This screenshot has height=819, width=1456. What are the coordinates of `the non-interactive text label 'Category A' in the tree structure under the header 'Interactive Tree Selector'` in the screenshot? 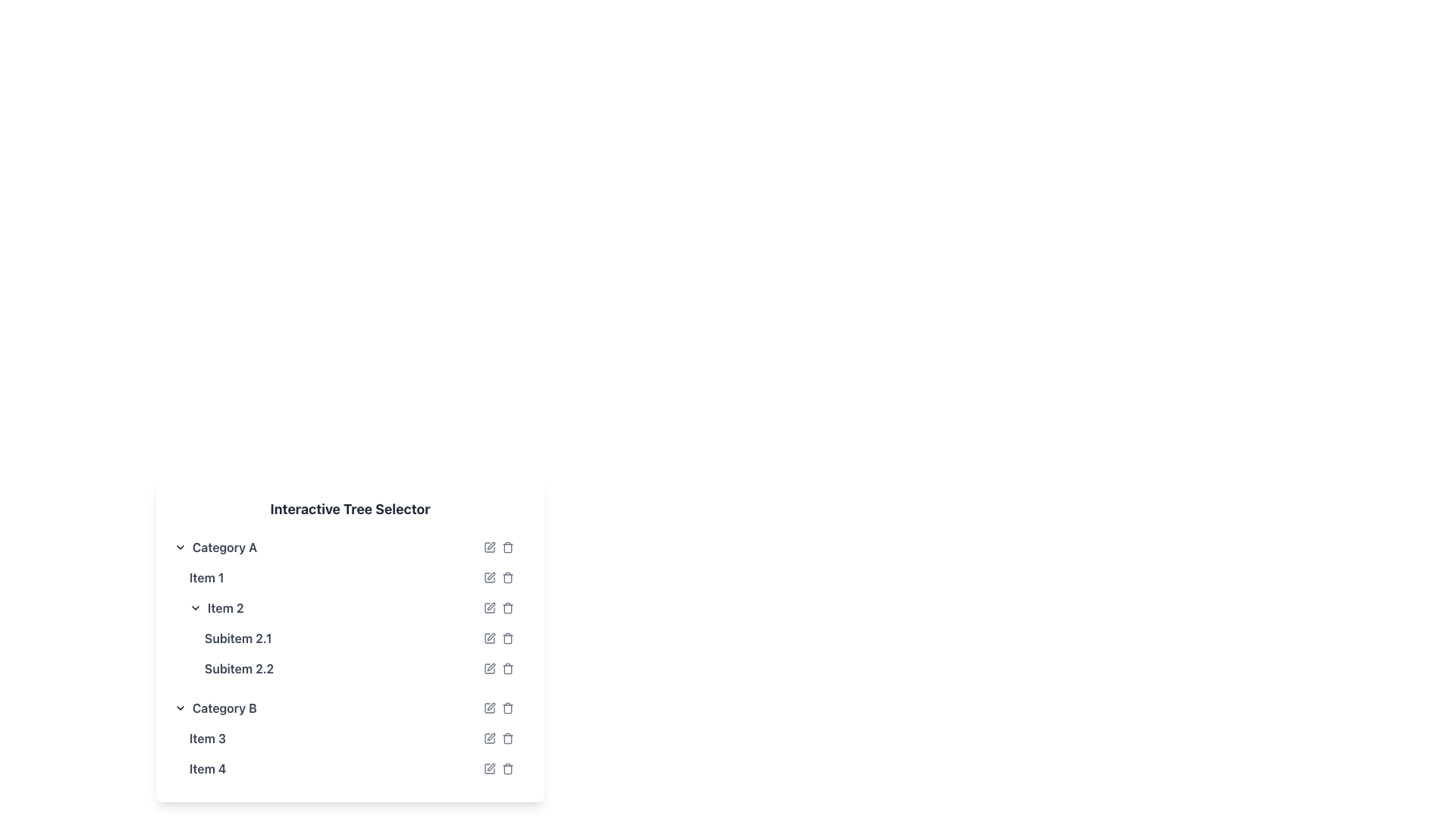 It's located at (224, 547).